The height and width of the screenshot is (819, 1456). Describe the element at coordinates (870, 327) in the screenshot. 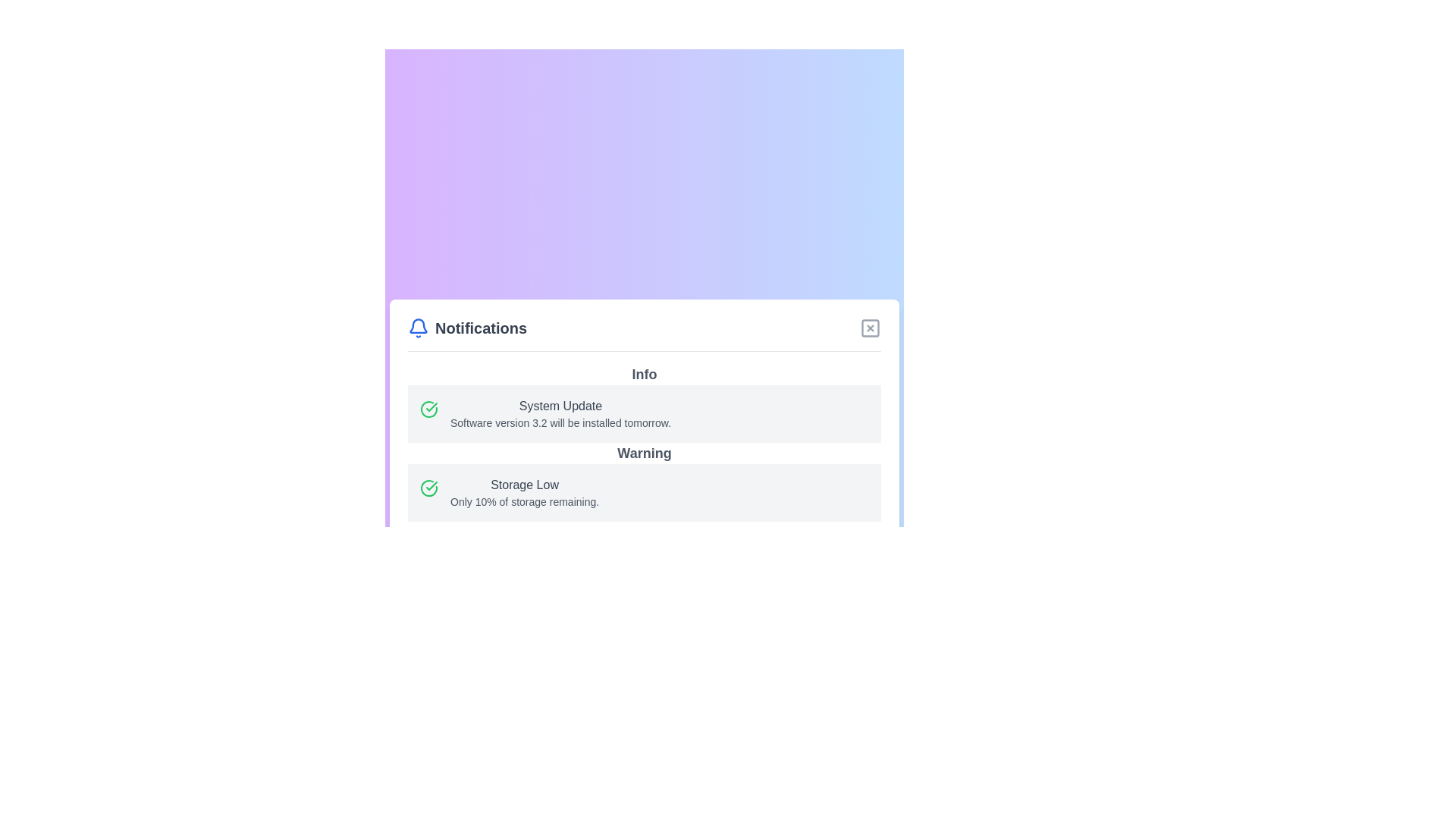

I see `the close button located at the top-right corner of the 'Notifications' panel` at that location.